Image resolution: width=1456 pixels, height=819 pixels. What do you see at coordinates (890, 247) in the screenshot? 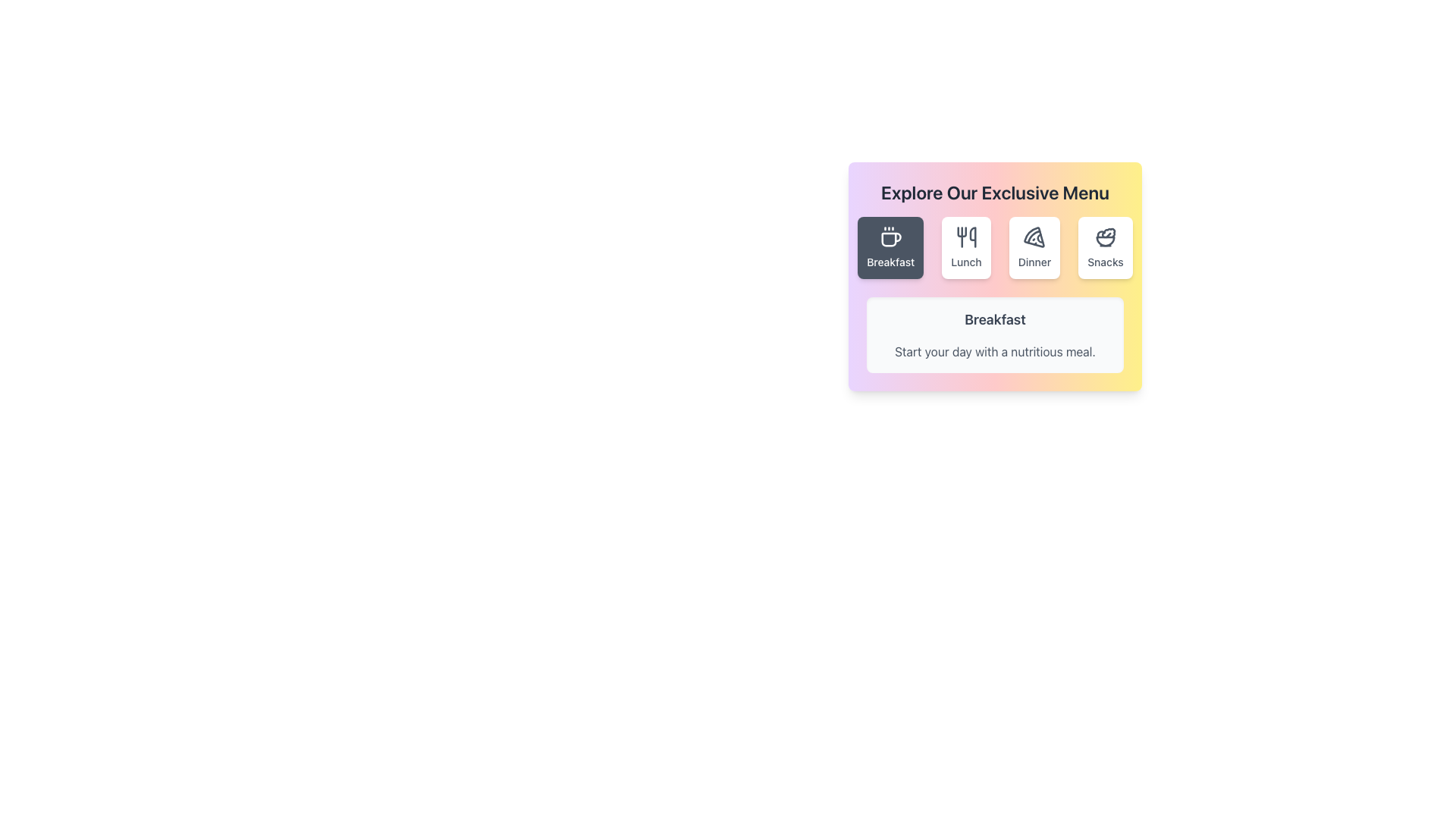
I see `the 'Breakfast' menu button, which is the first button in a group of four horizontally aligned buttons on the leftmost side of the group` at bounding box center [890, 247].